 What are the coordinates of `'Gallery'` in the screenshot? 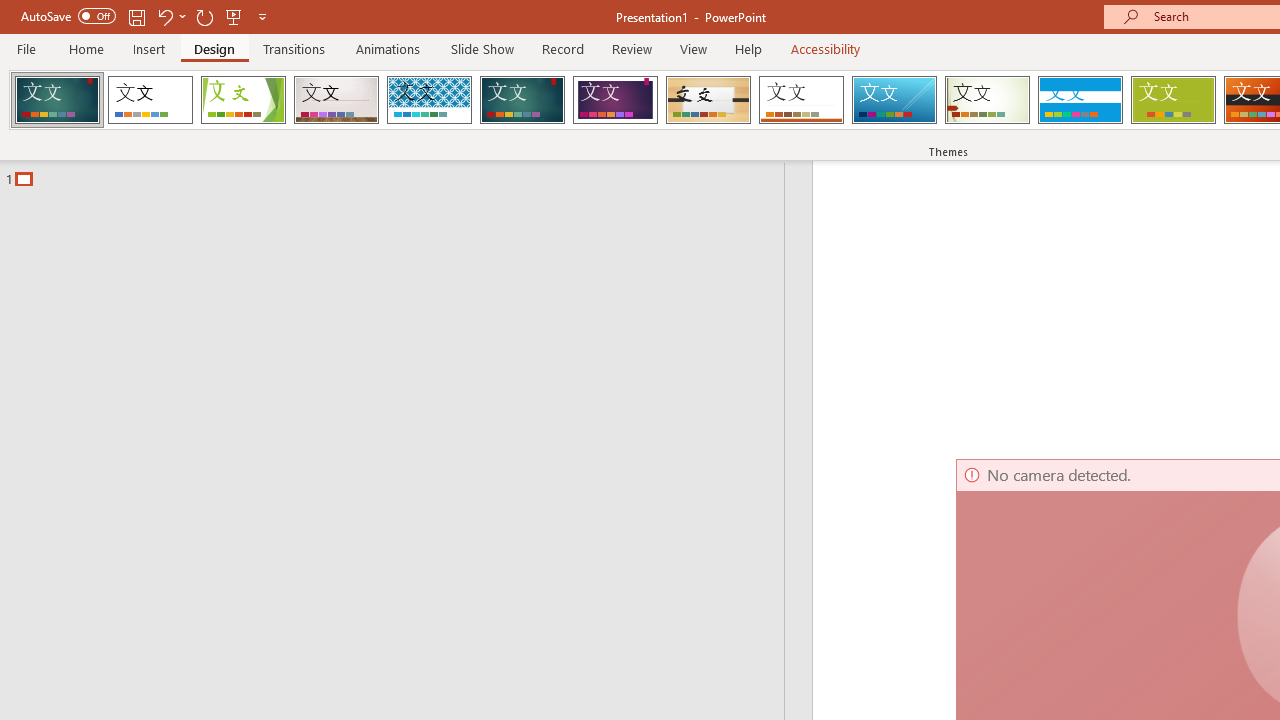 It's located at (336, 100).